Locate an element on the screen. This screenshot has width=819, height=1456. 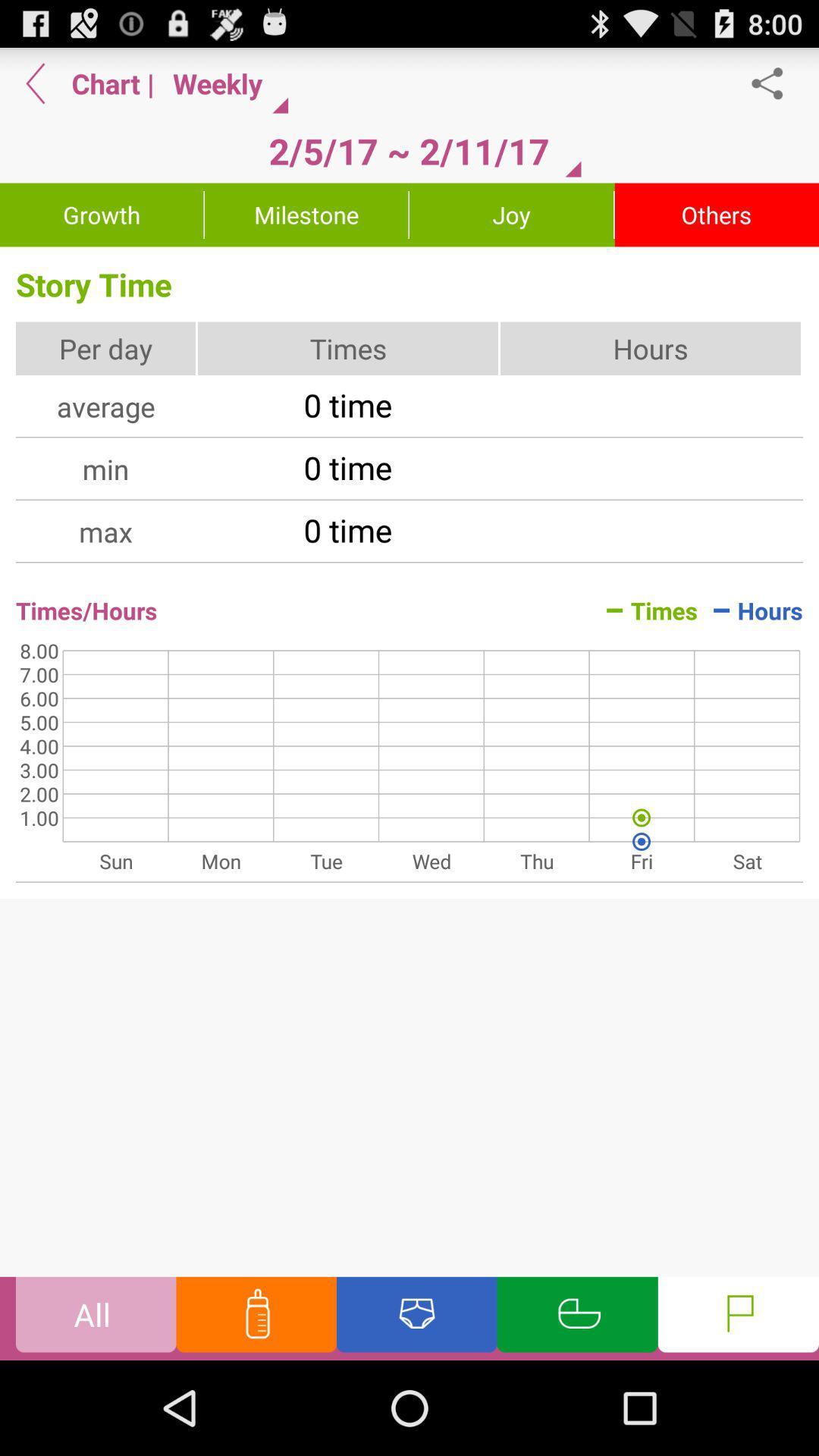
milestone is located at coordinates (306, 214).